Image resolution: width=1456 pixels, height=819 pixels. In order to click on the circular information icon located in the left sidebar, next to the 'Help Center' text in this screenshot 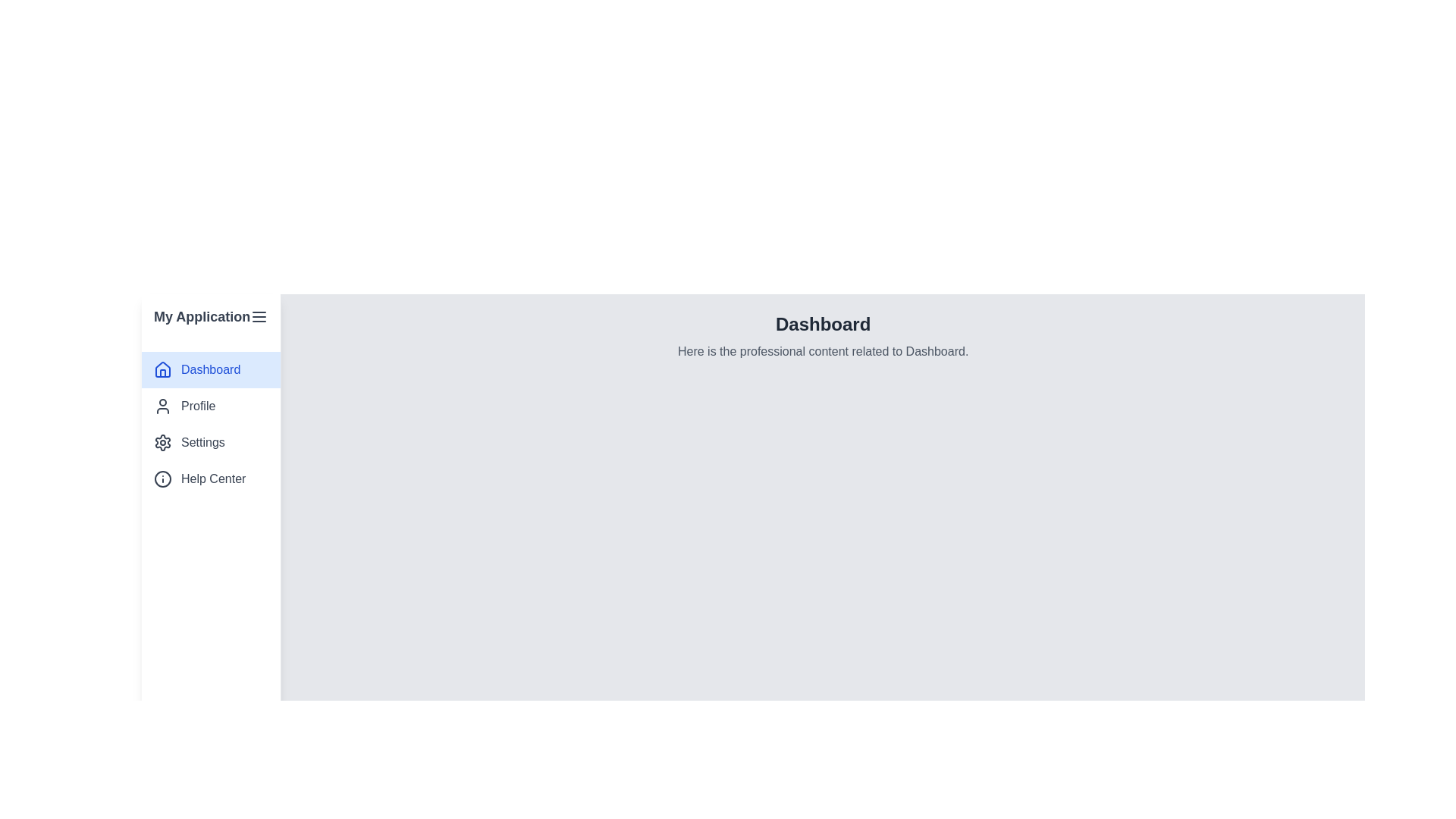, I will do `click(163, 479)`.